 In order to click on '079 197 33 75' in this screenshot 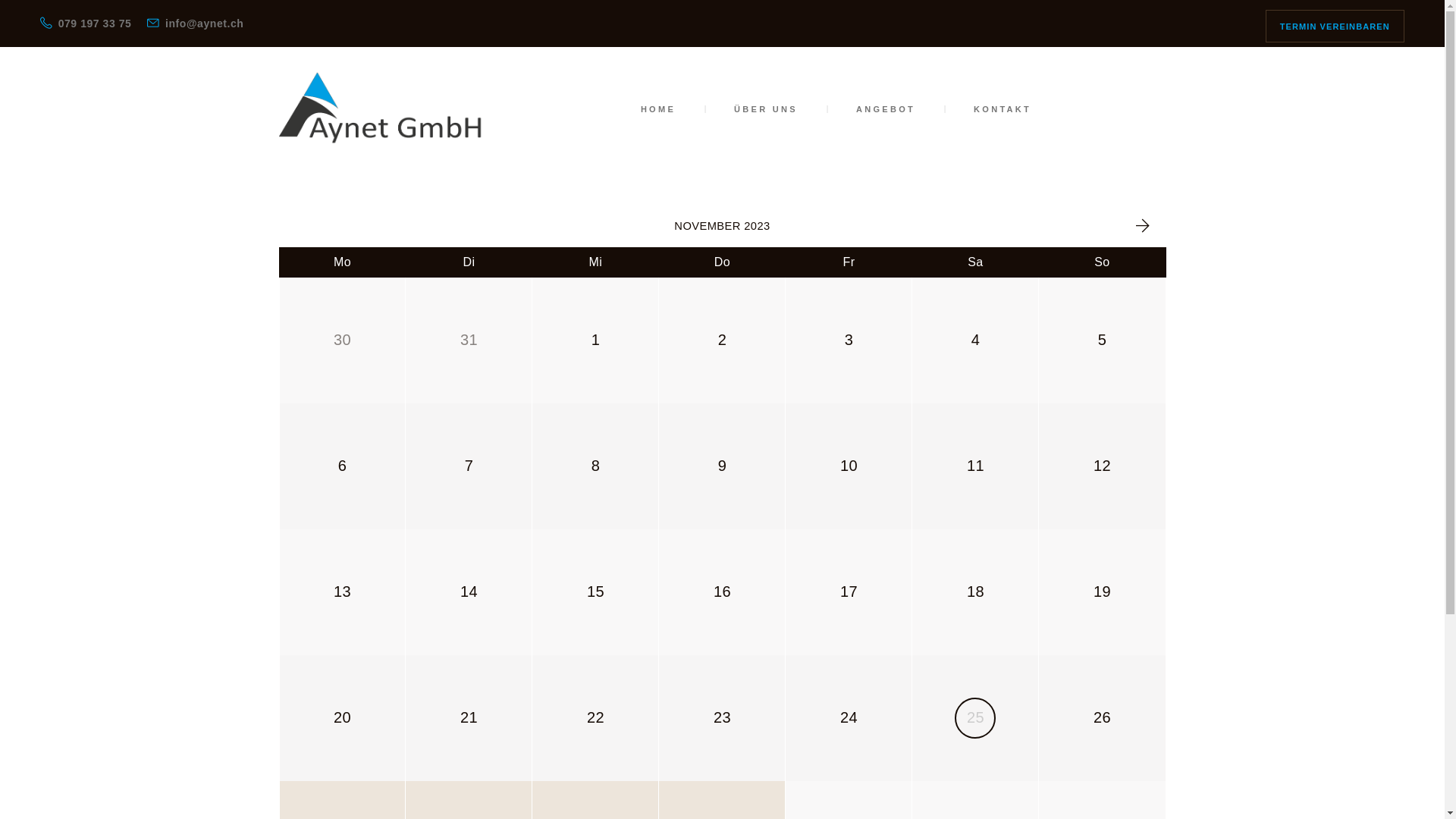, I will do `click(85, 23)`.